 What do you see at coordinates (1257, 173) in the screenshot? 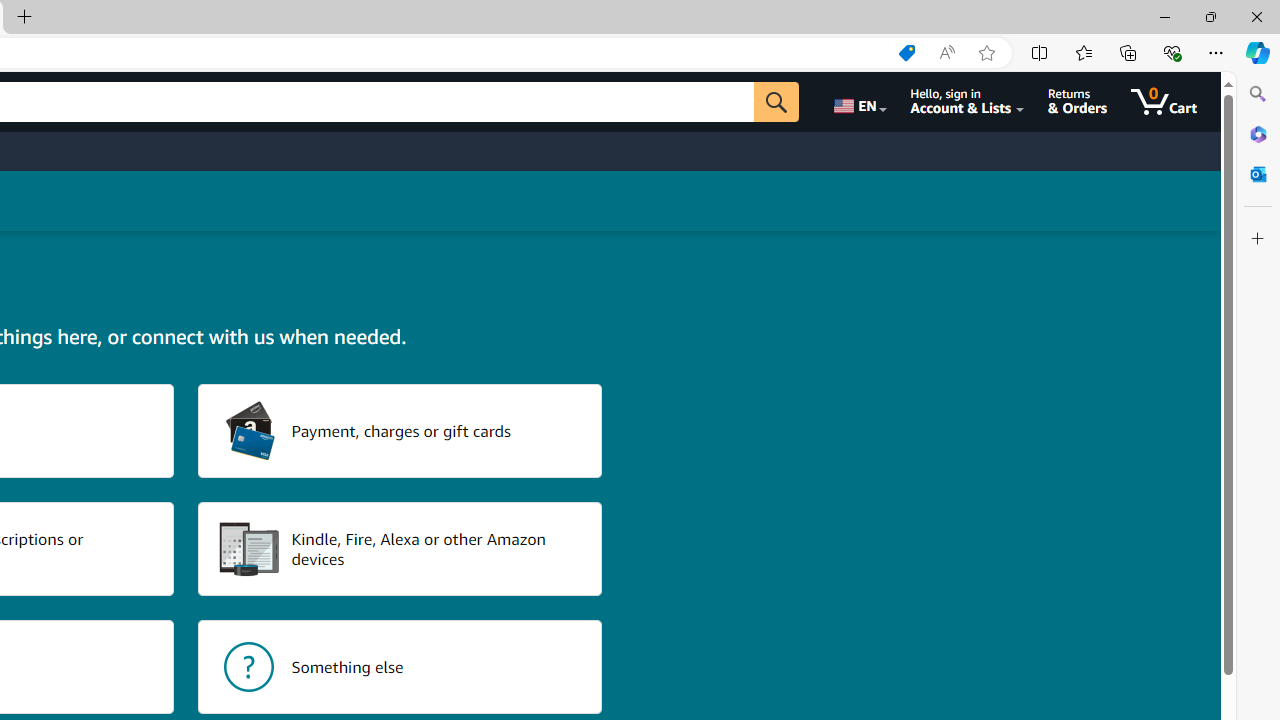
I see `'Close Outlook pane'` at bounding box center [1257, 173].